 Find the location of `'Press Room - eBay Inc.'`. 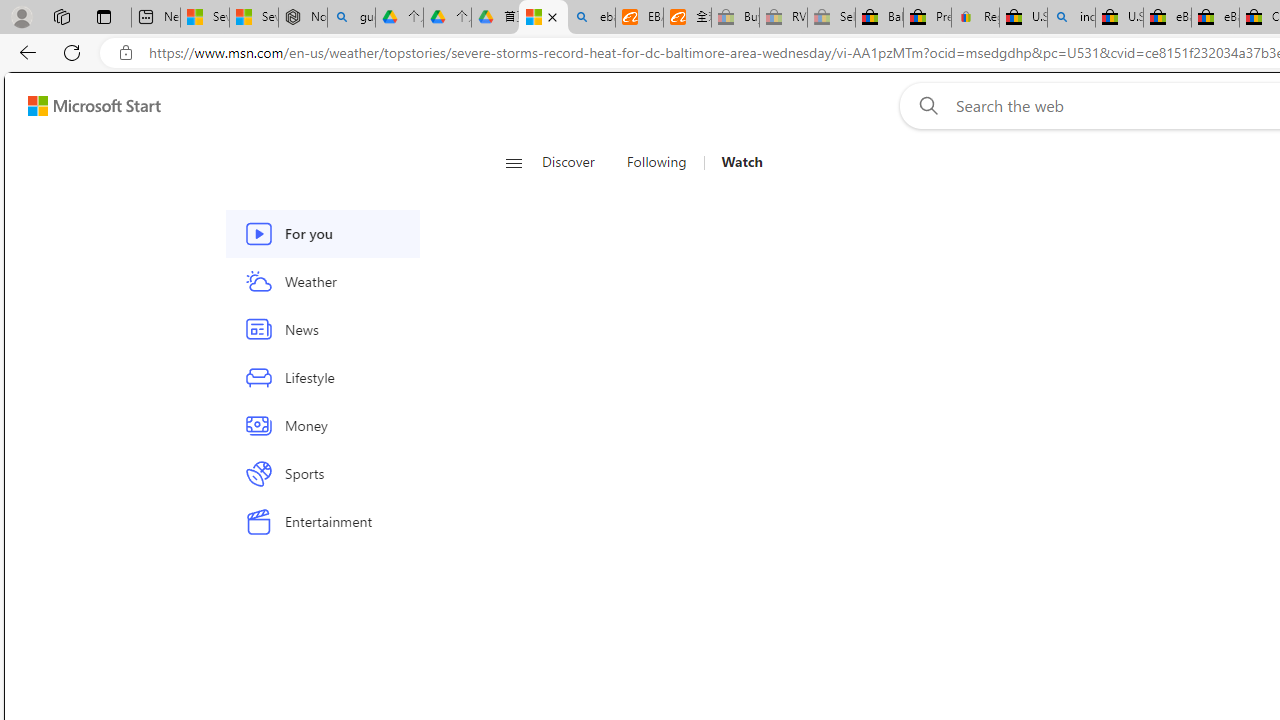

'Press Room - eBay Inc.' is located at coordinates (926, 17).